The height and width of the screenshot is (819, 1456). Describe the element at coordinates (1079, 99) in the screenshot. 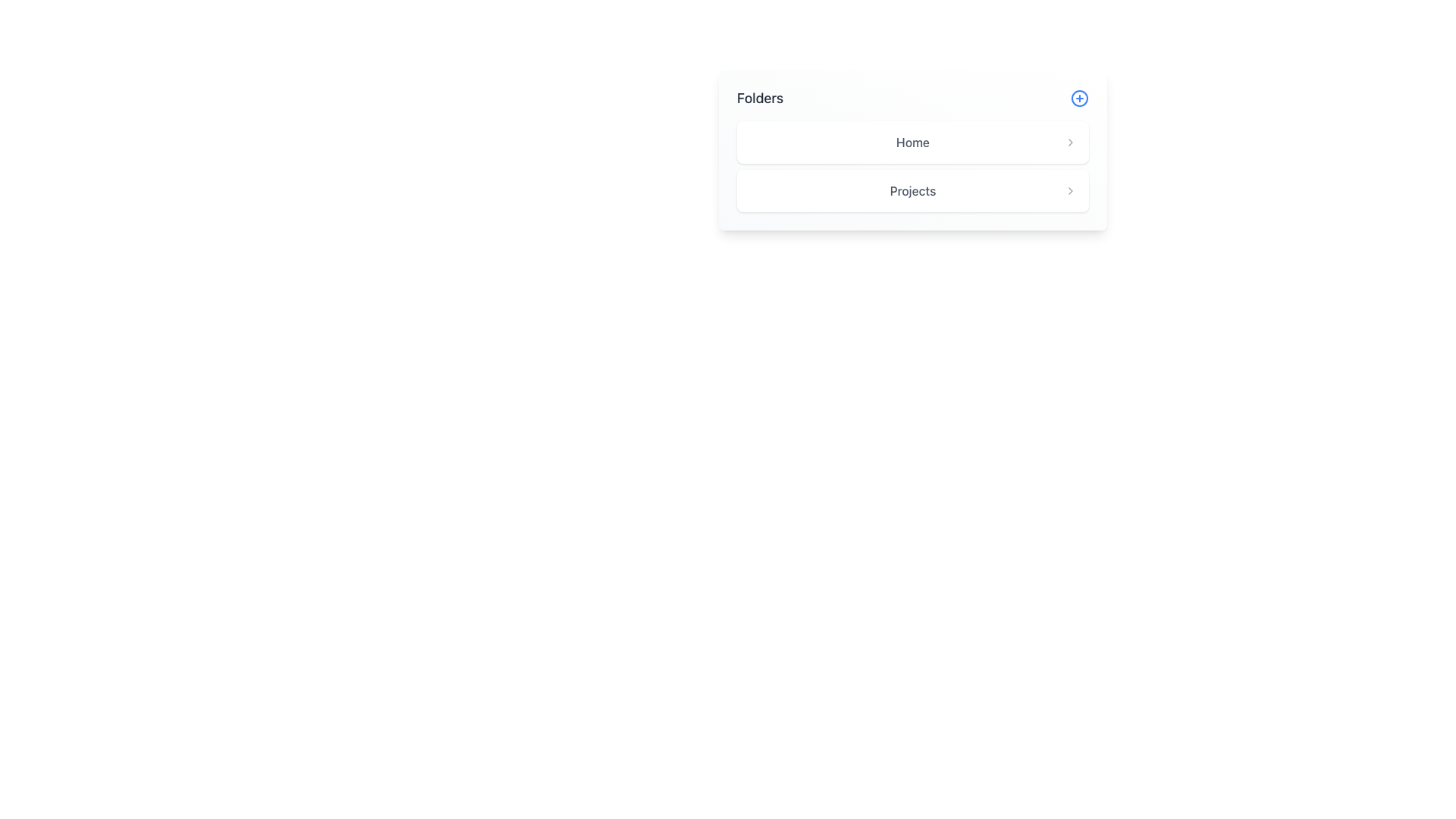

I see `the SVG circle within the button icon located in the upper-right corner of the 'Folders' section, which is part of a combined icon that triggers an action like adding a new folder` at that location.